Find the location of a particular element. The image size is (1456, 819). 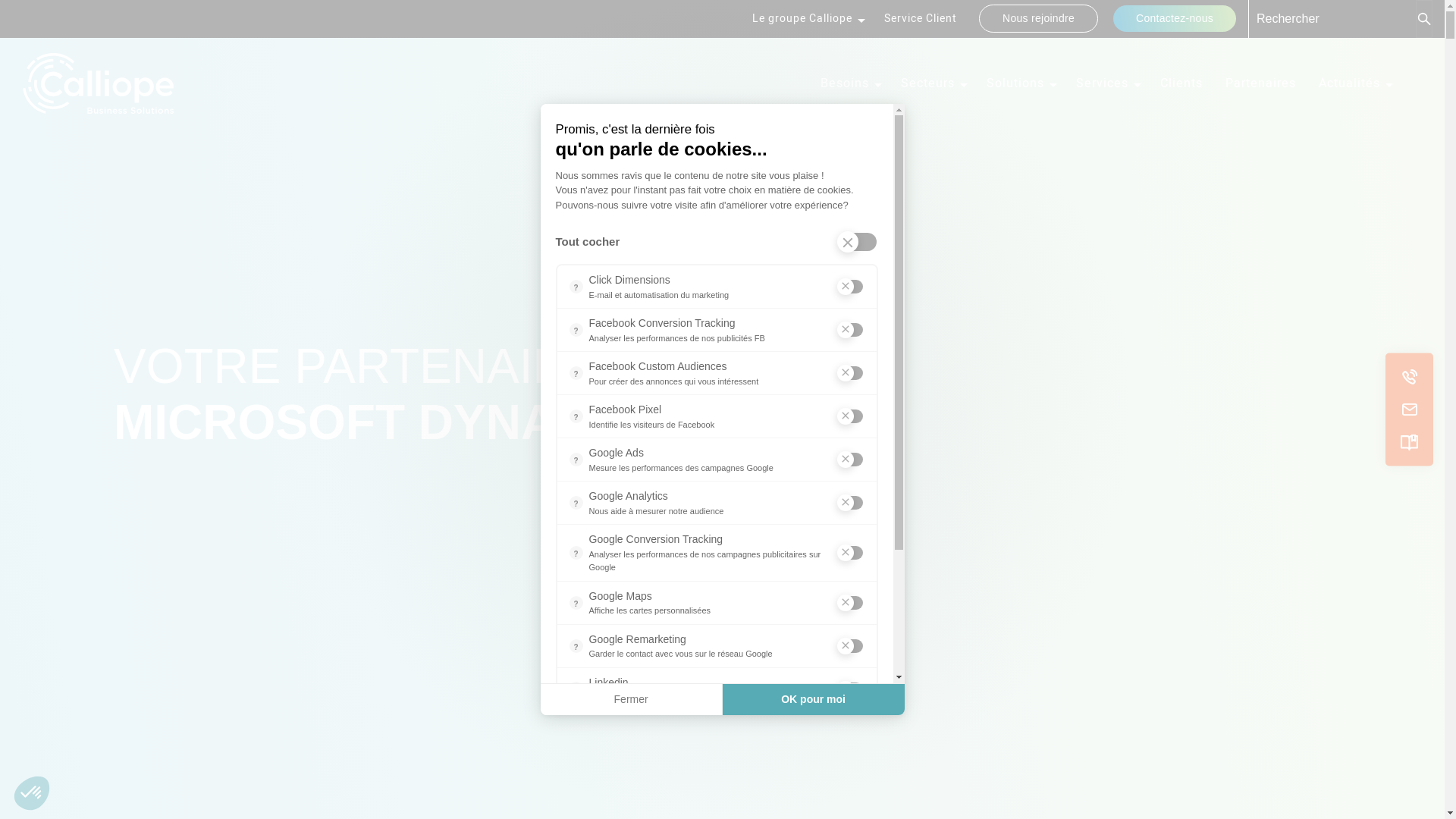

'OK pour moi' is located at coordinates (813, 699).